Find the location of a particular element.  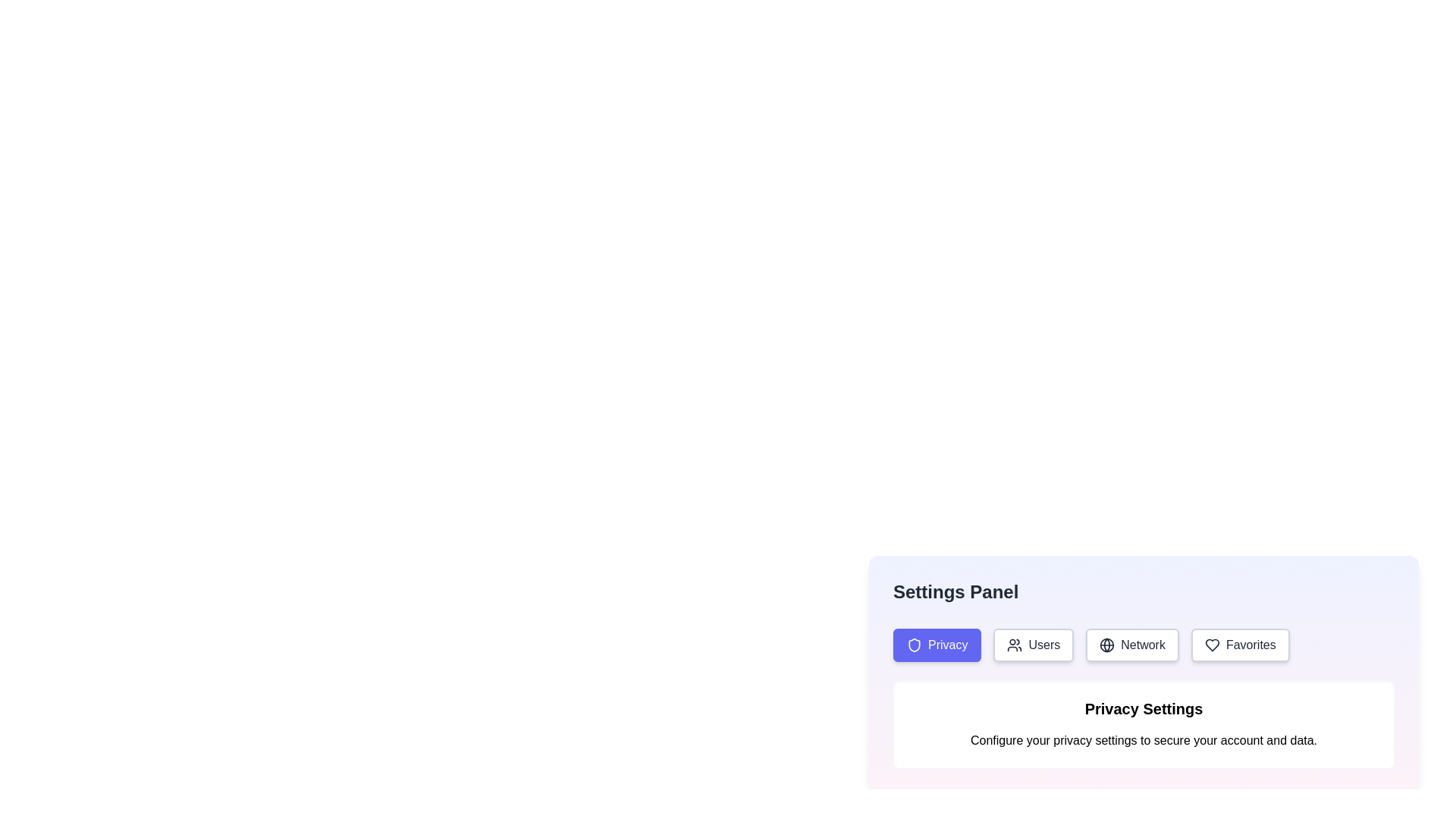

the 'Favorites' button represented by a red heart icon located at the bottom right corner of the settings panel to interact with it is located at coordinates (1211, 645).